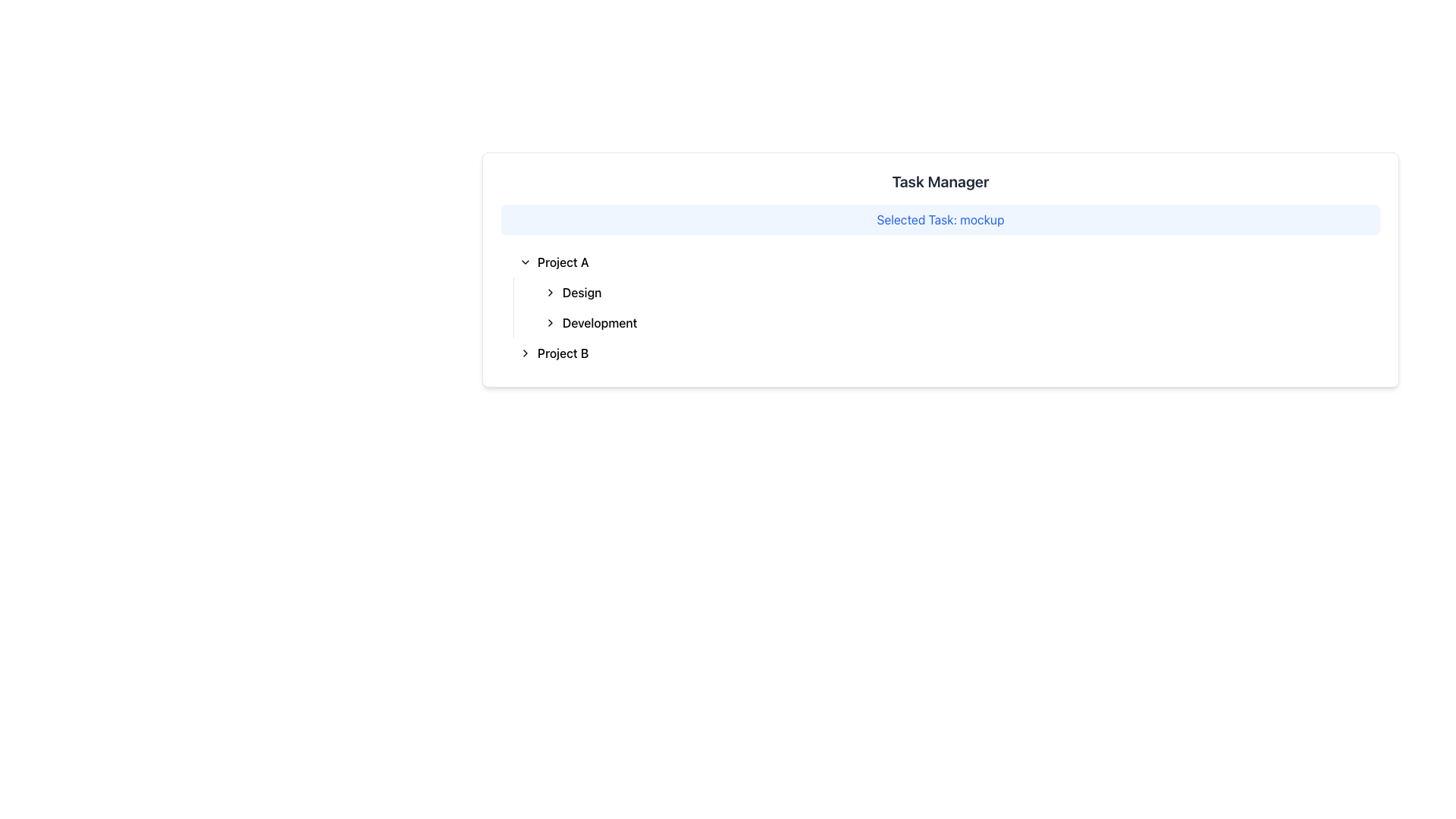  I want to click on the chevron icon to trigger the tooltip related to 'Project A' expansion or collapse, so click(525, 262).